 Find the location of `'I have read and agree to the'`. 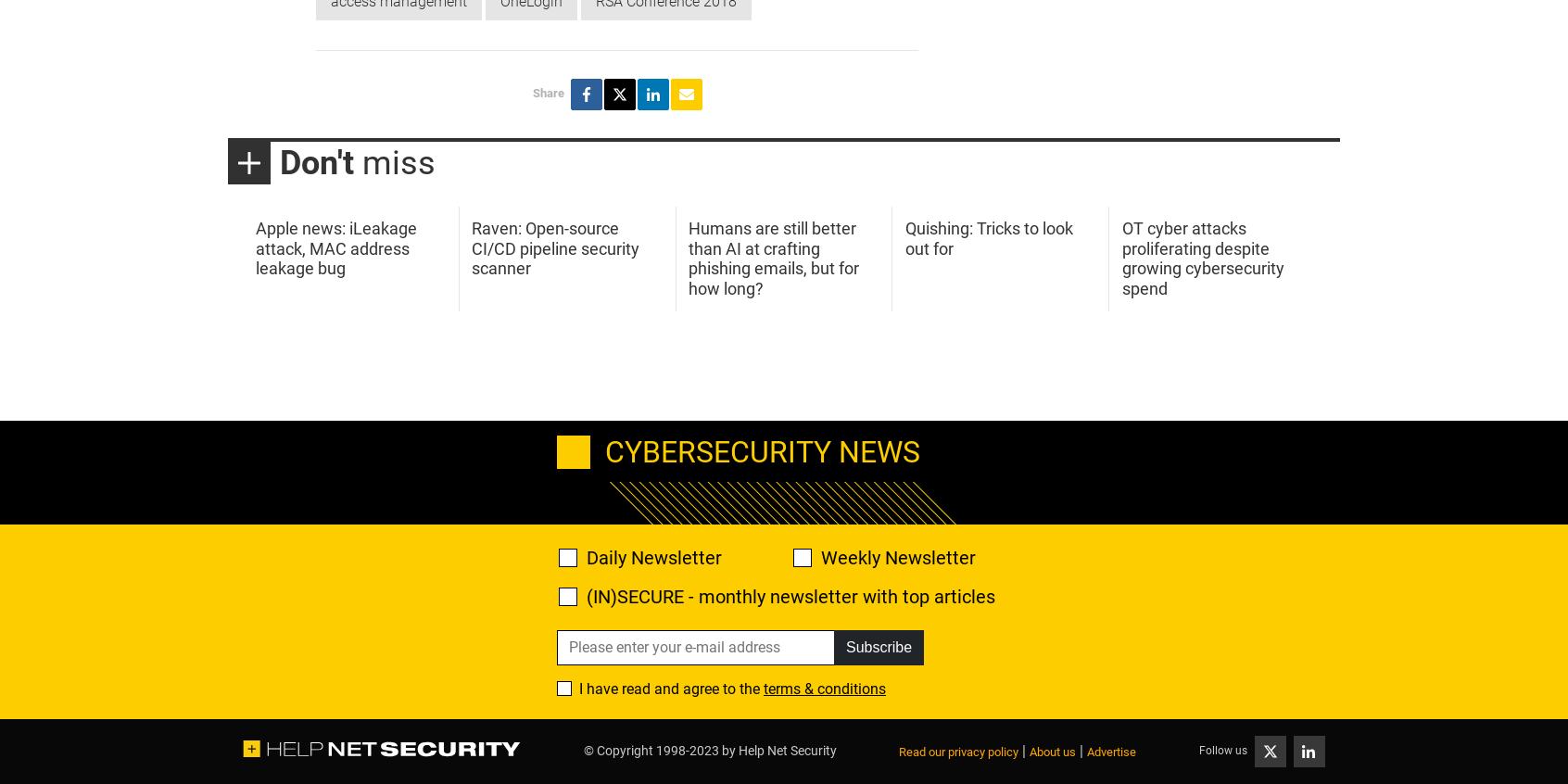

'I have read and agree to the' is located at coordinates (670, 687).